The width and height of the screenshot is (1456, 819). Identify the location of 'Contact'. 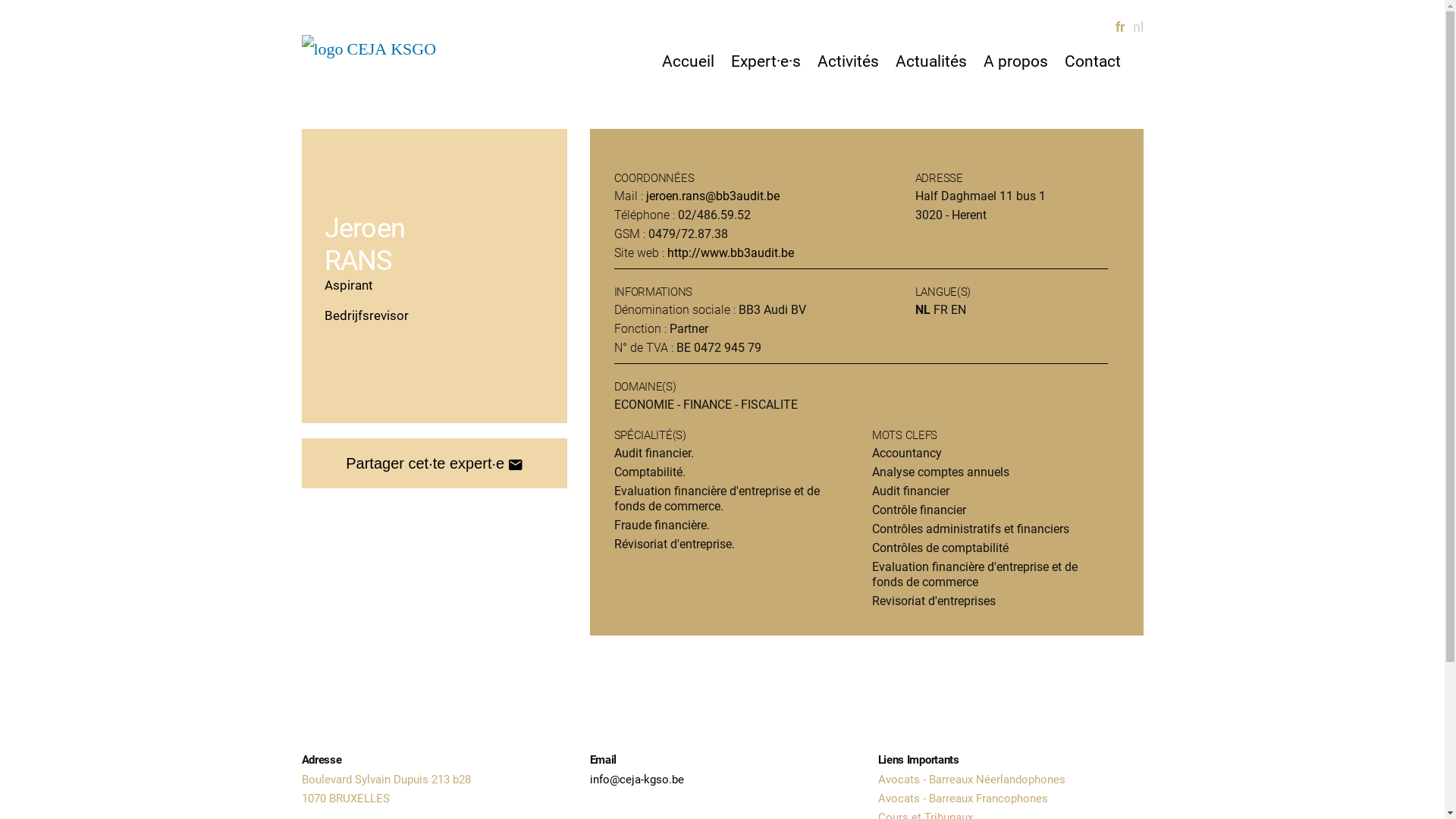
(1092, 61).